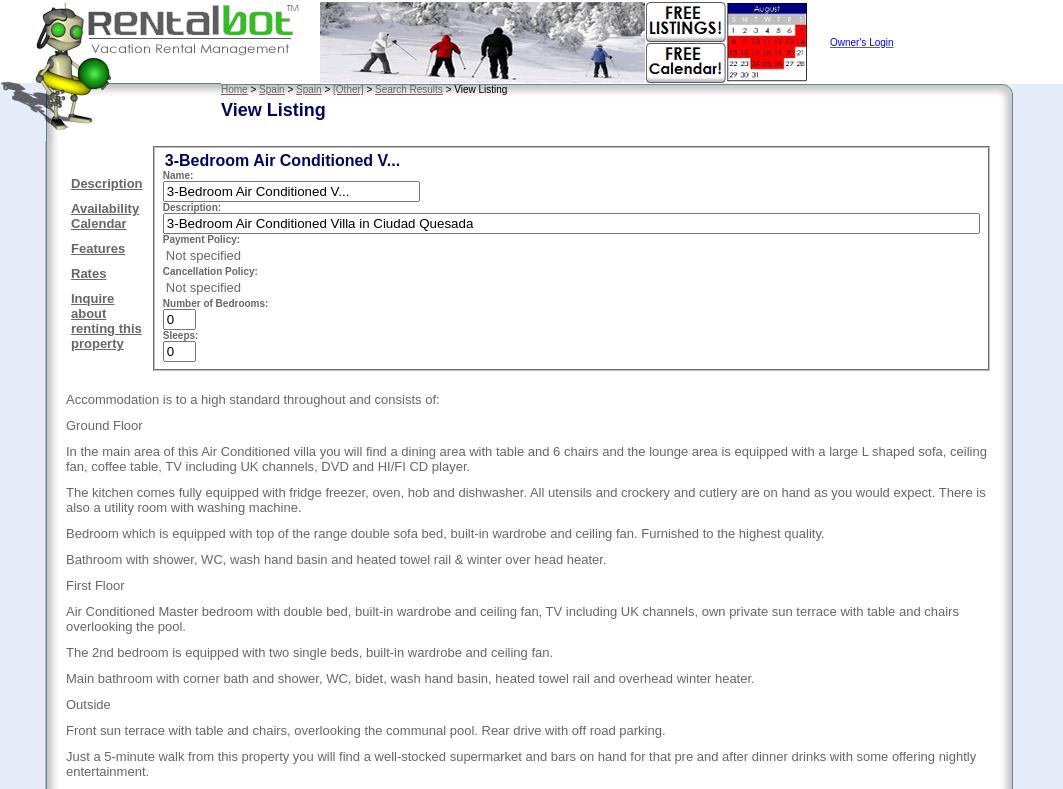 This screenshot has width=1063, height=789. I want to click on 'Inquire about renting this property', so click(105, 319).